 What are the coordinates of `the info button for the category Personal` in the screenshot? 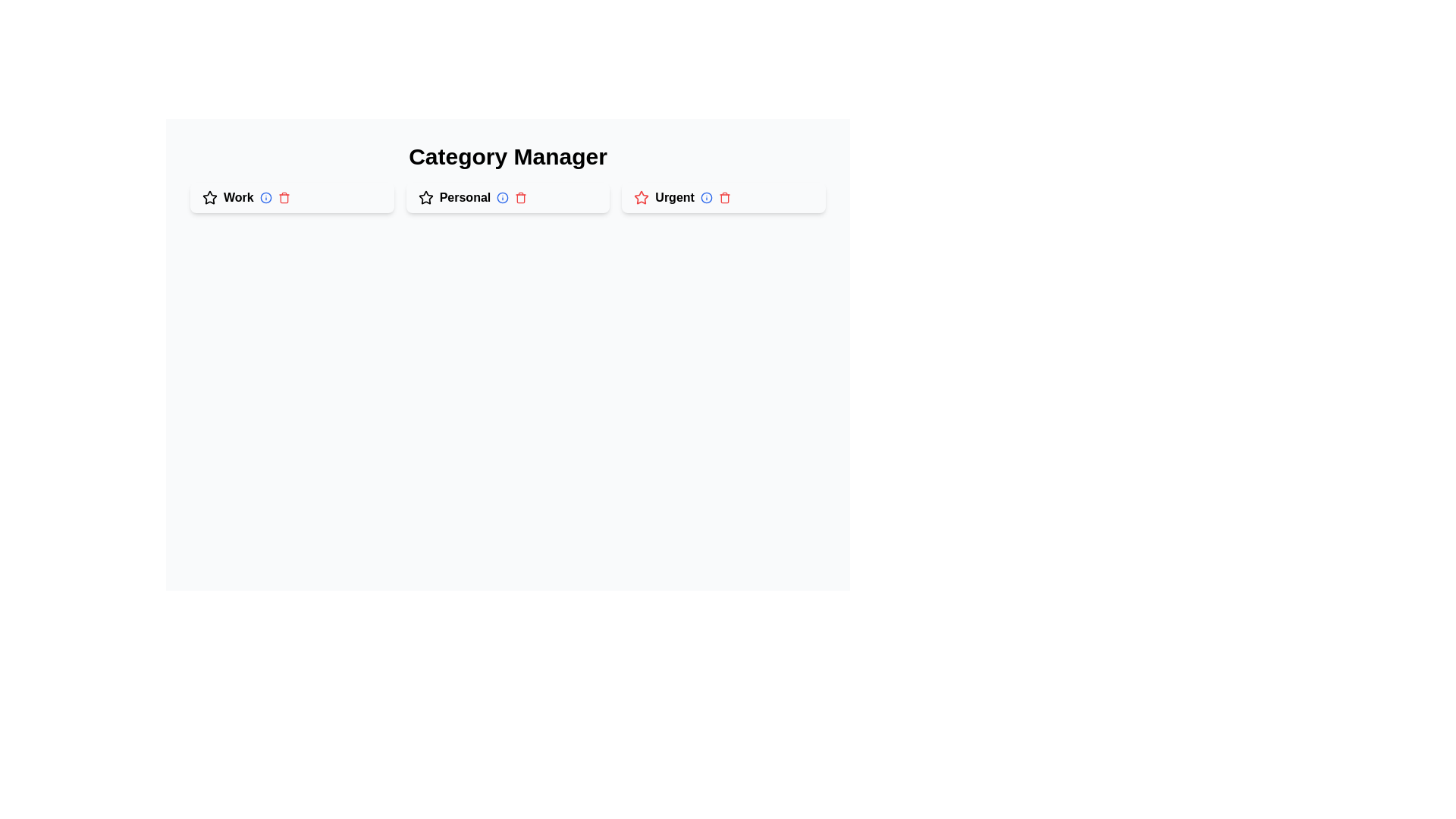 It's located at (503, 197).